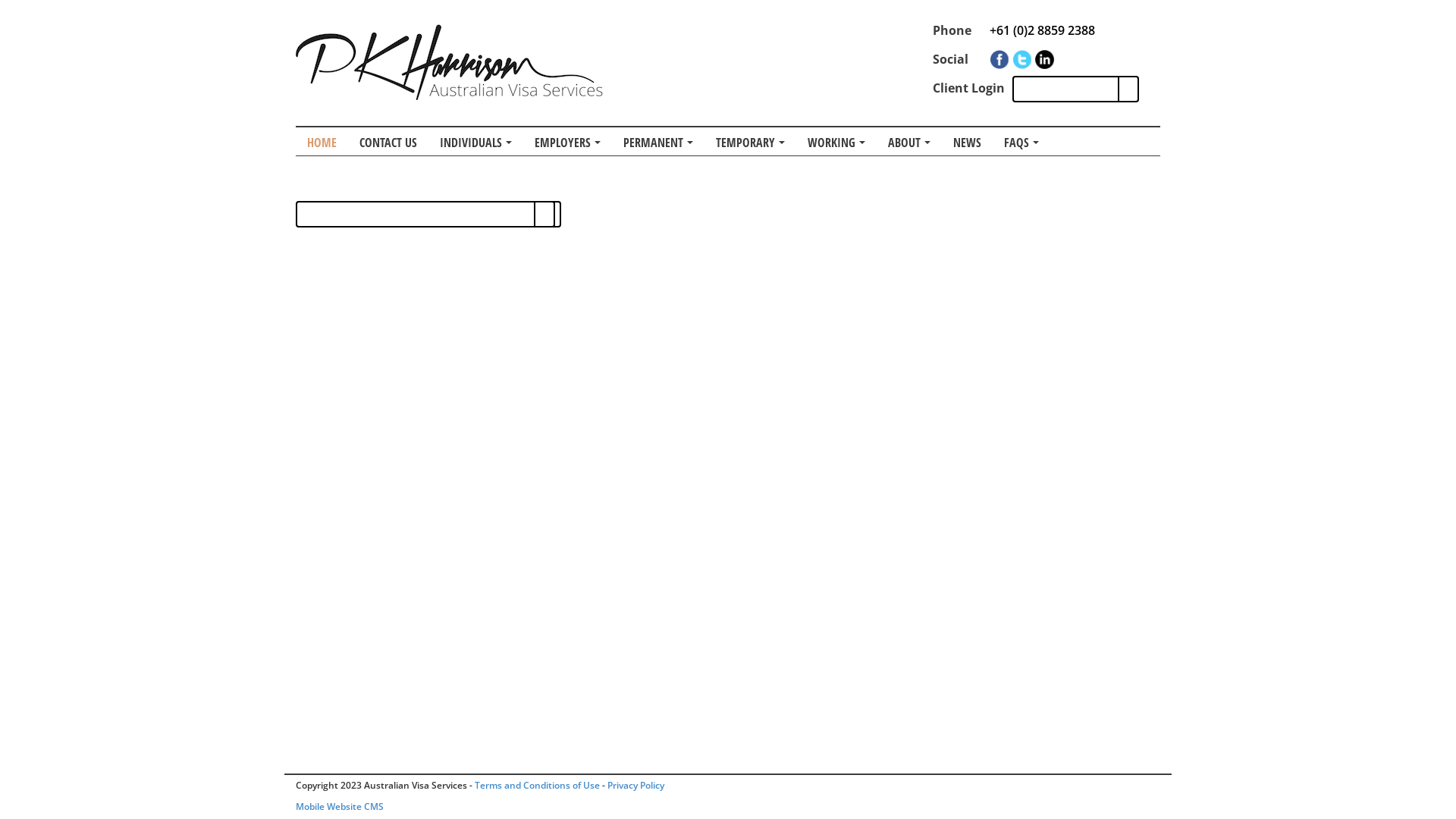 The image size is (1456, 819). What do you see at coordinates (1021, 141) in the screenshot?
I see `'FAQS'` at bounding box center [1021, 141].